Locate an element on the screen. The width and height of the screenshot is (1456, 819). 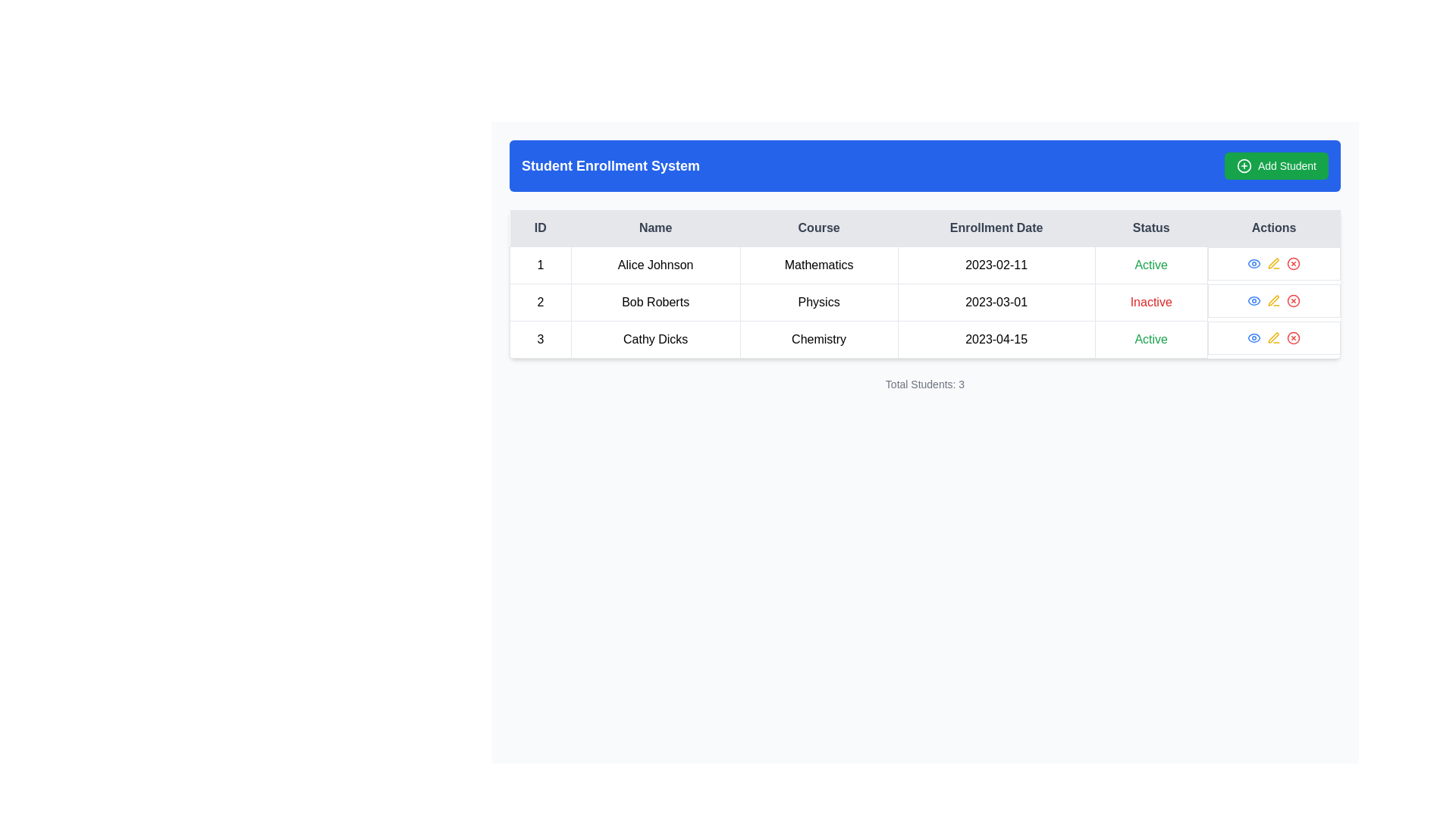
the static text label indicating the status 'Active' for student Cathy Dicks enrolled in Chemistry on 2023-04-15, located in the 'Status' column of the table is located at coordinates (1151, 338).